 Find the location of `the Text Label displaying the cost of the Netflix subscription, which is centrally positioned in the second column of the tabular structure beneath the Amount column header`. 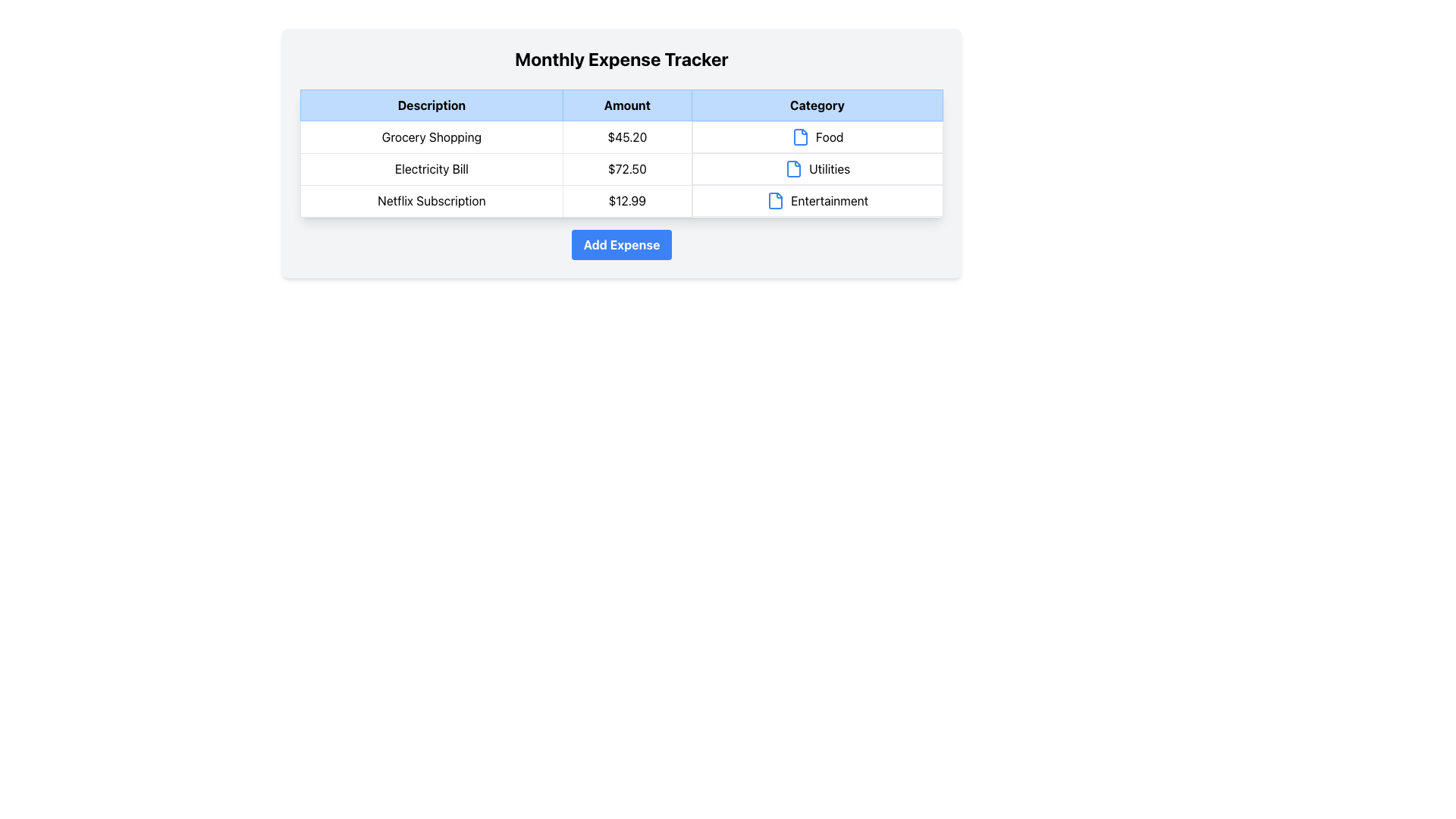

the Text Label displaying the cost of the Netflix subscription, which is centrally positioned in the second column of the tabular structure beneath the Amount column header is located at coordinates (627, 200).